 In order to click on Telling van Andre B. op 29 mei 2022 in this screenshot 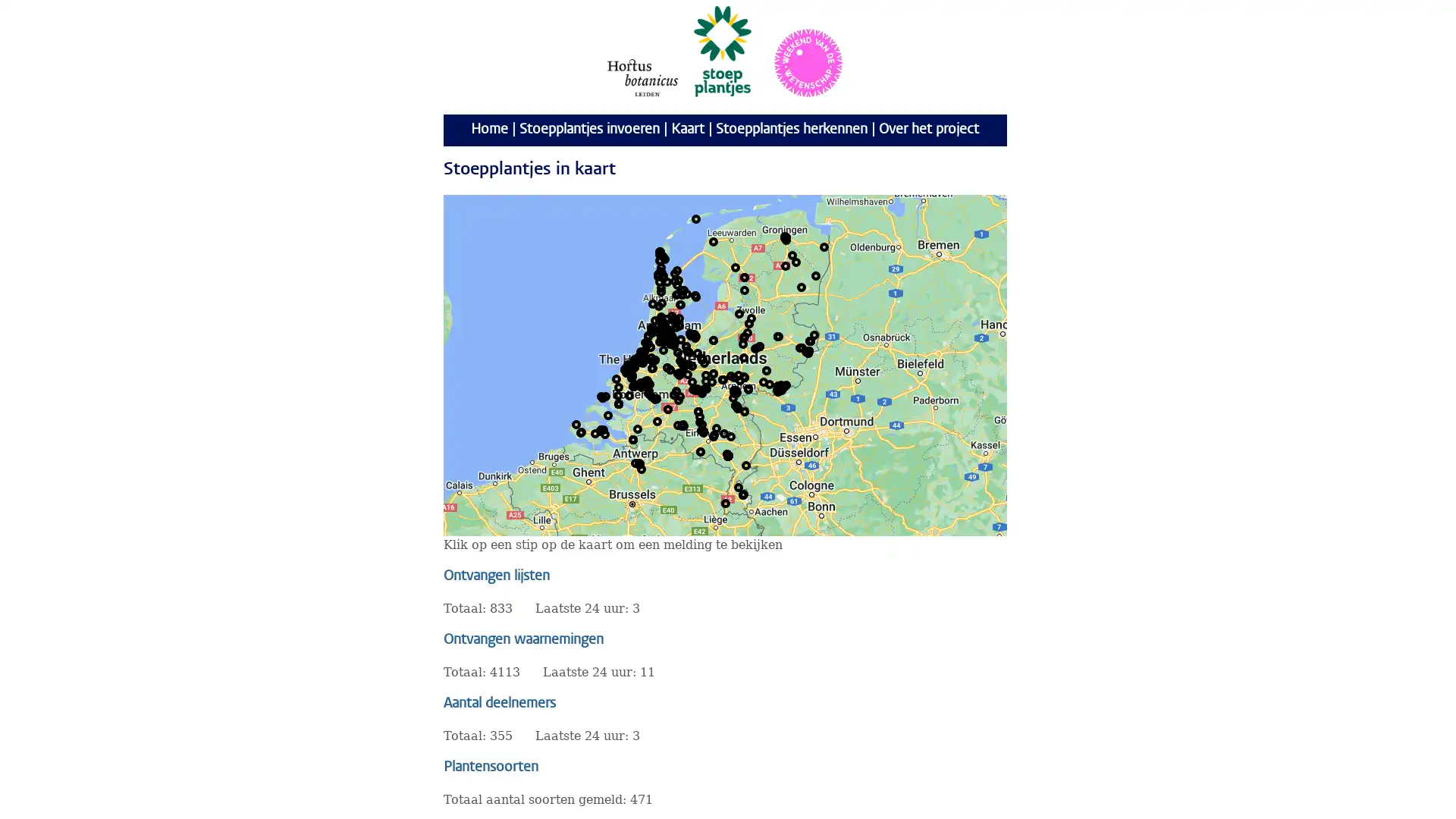, I will do `click(640, 356)`.